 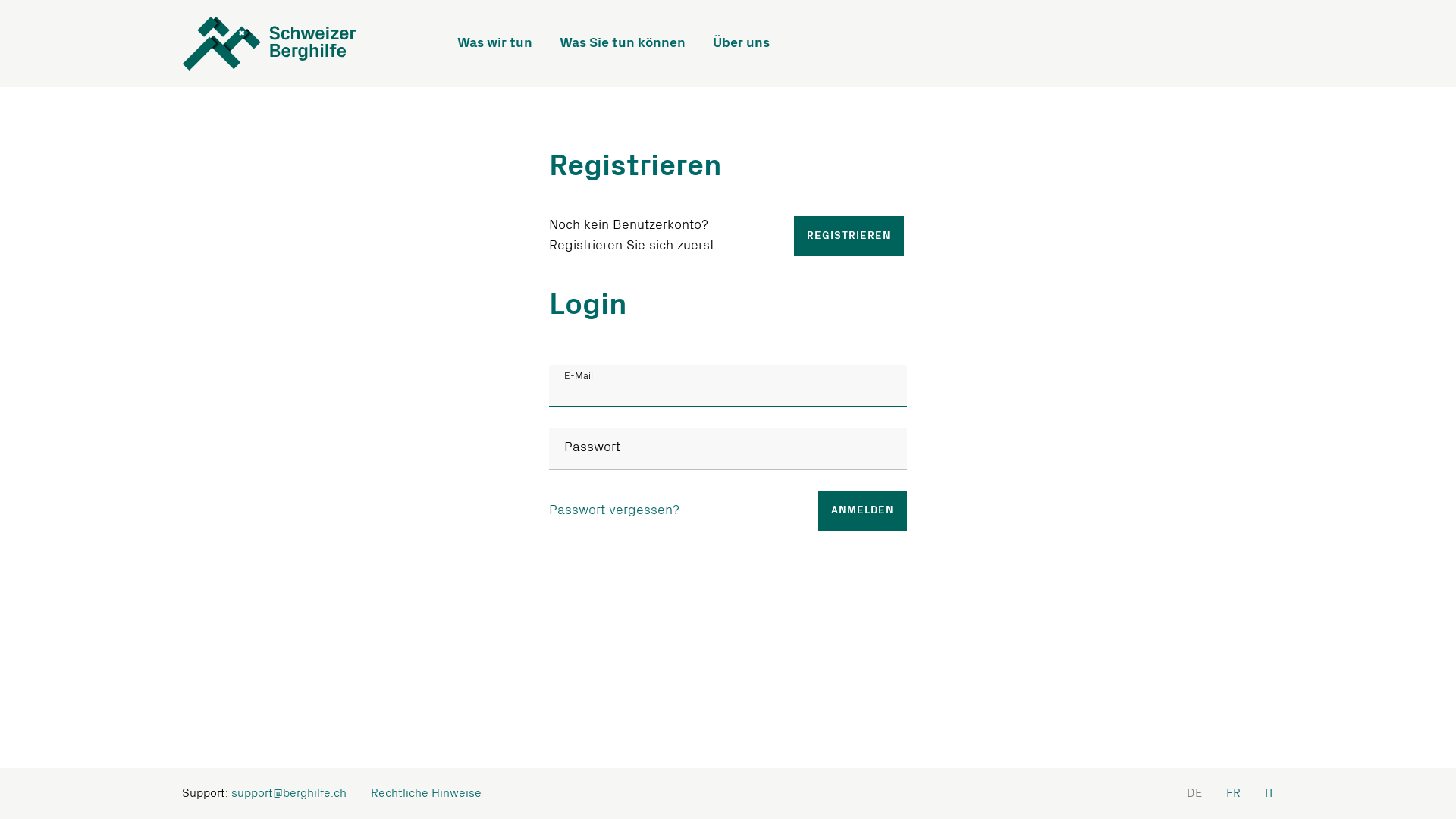 I want to click on 'Rechtliche Hinweise', so click(x=425, y=792).